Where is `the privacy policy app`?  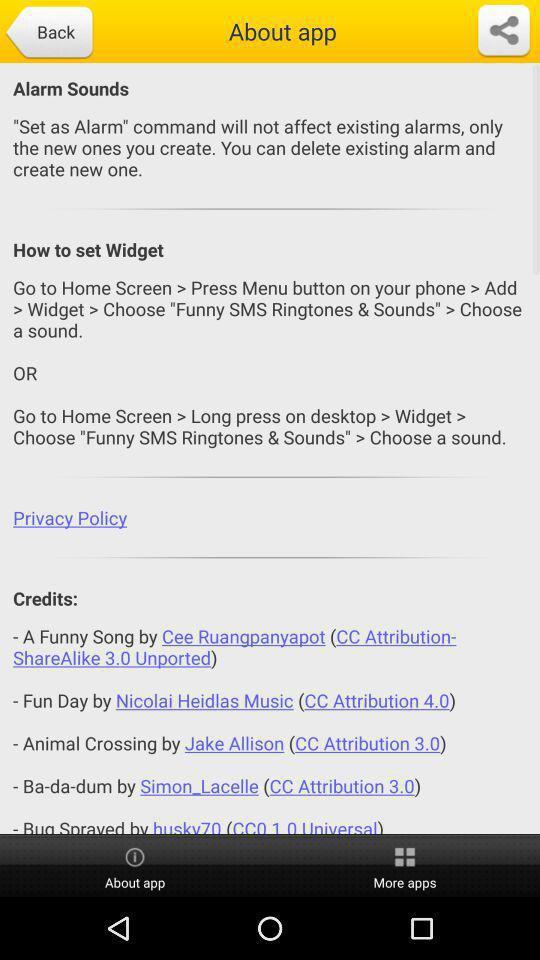 the privacy policy app is located at coordinates (270, 516).